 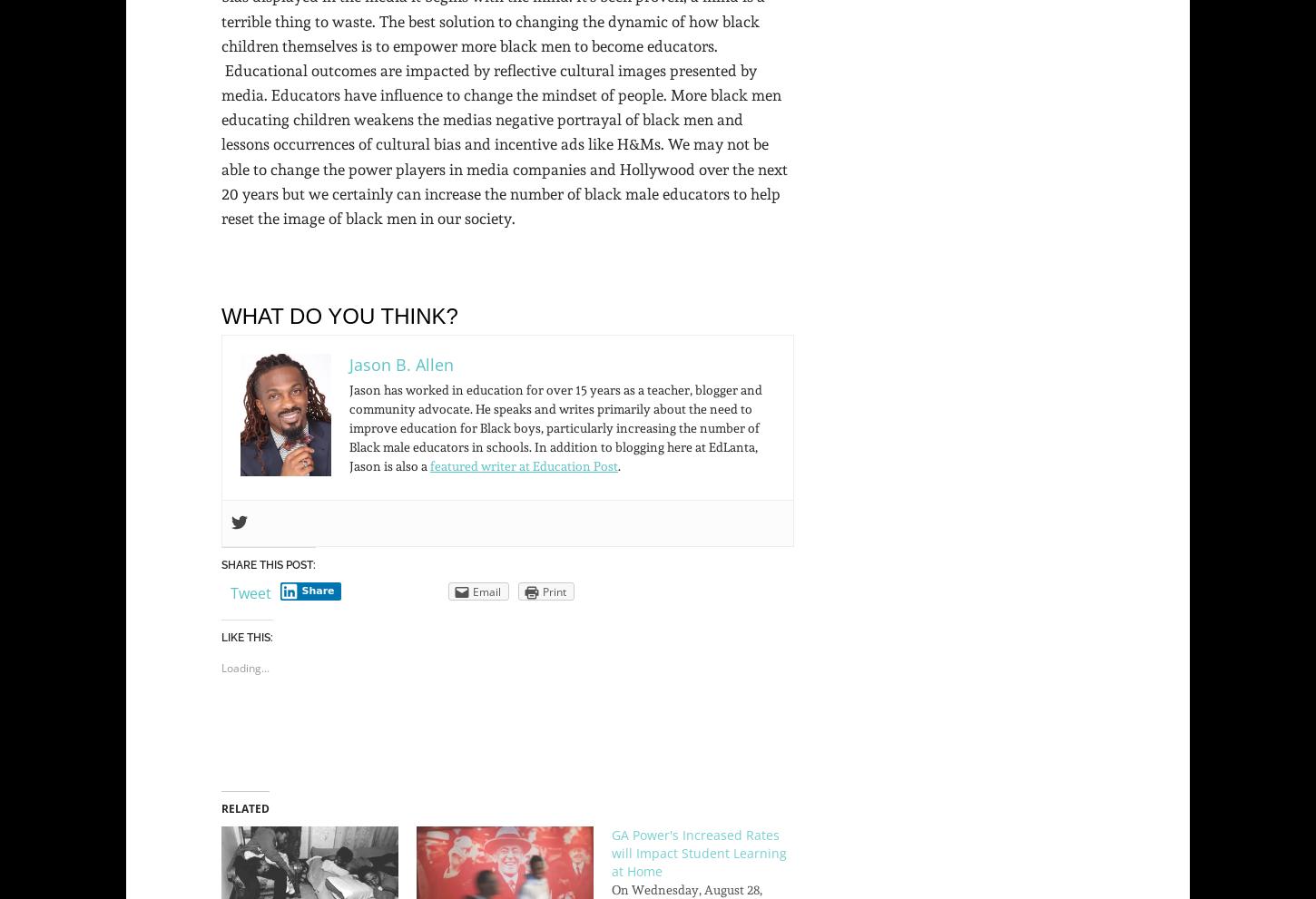 What do you see at coordinates (524, 465) in the screenshot?
I see `'featured writer at Education Post'` at bounding box center [524, 465].